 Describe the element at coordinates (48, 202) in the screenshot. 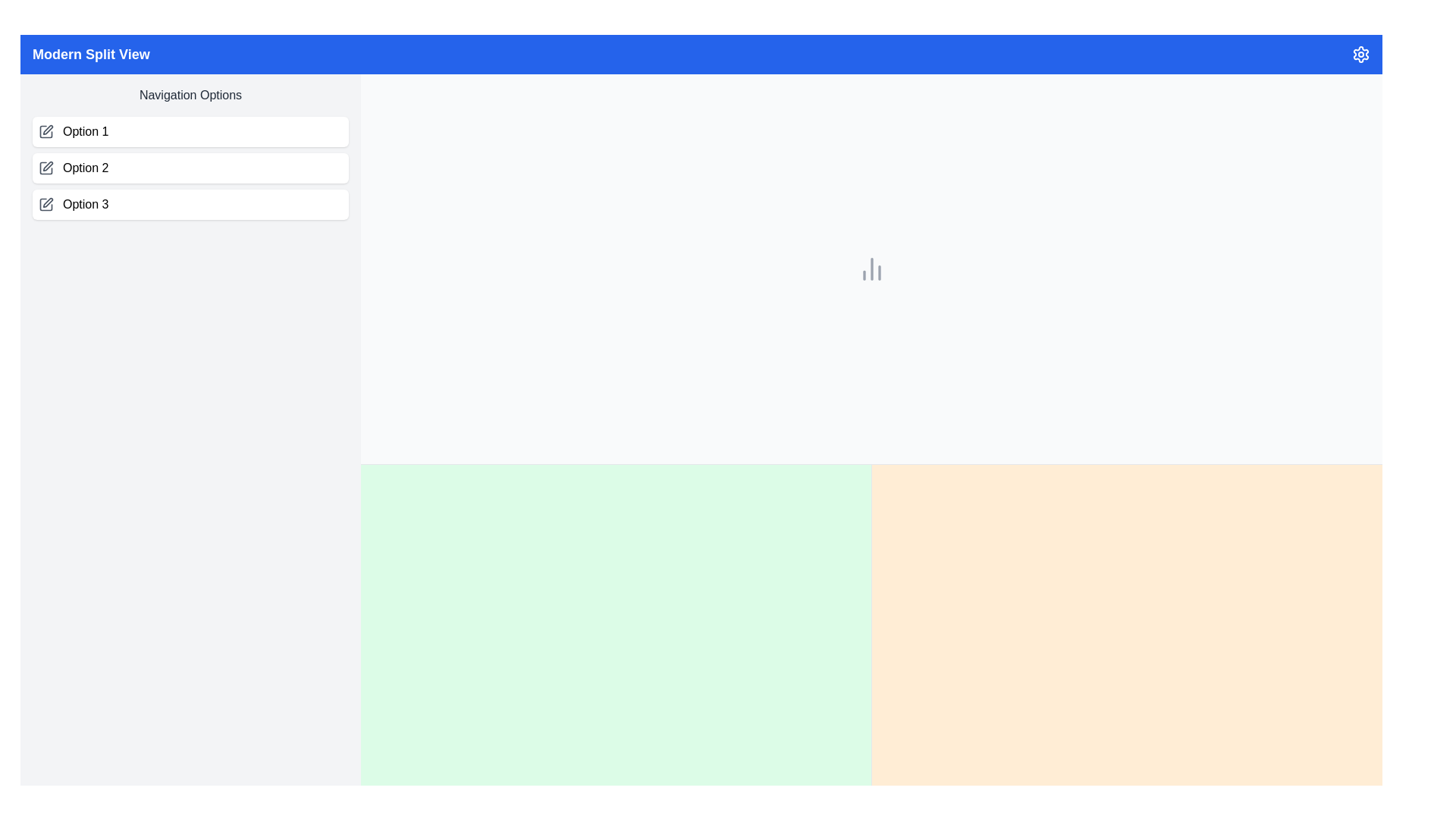

I see `the pen icon representing 'Option 3' in the left sidebar, which is located to the left of the text label 'Option 3'` at that location.